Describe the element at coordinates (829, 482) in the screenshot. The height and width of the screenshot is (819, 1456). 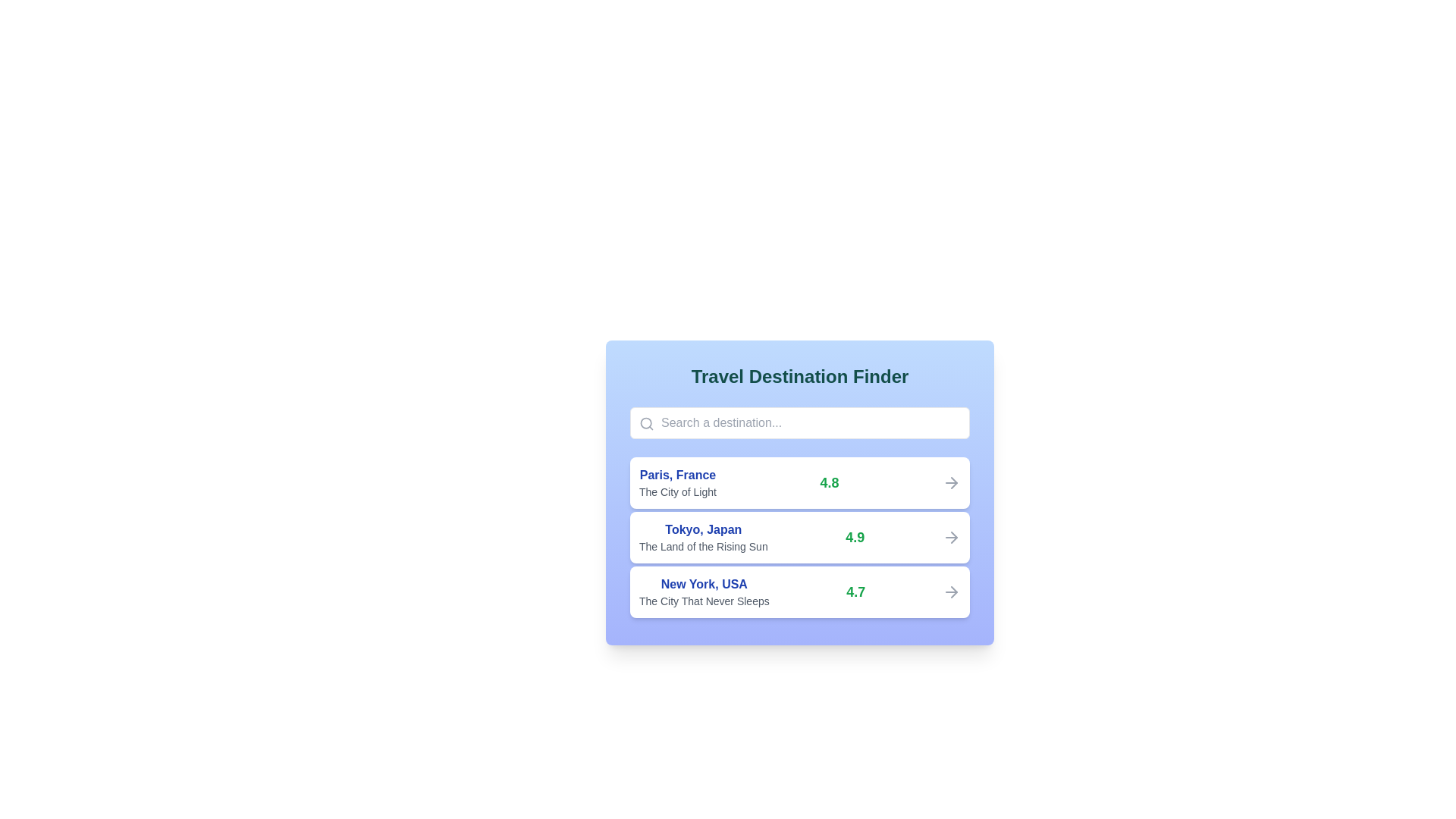
I see `the text component displaying '4.8' in bold, large, green typography, which is located within a card representing information about 'Paris, France'` at that location.